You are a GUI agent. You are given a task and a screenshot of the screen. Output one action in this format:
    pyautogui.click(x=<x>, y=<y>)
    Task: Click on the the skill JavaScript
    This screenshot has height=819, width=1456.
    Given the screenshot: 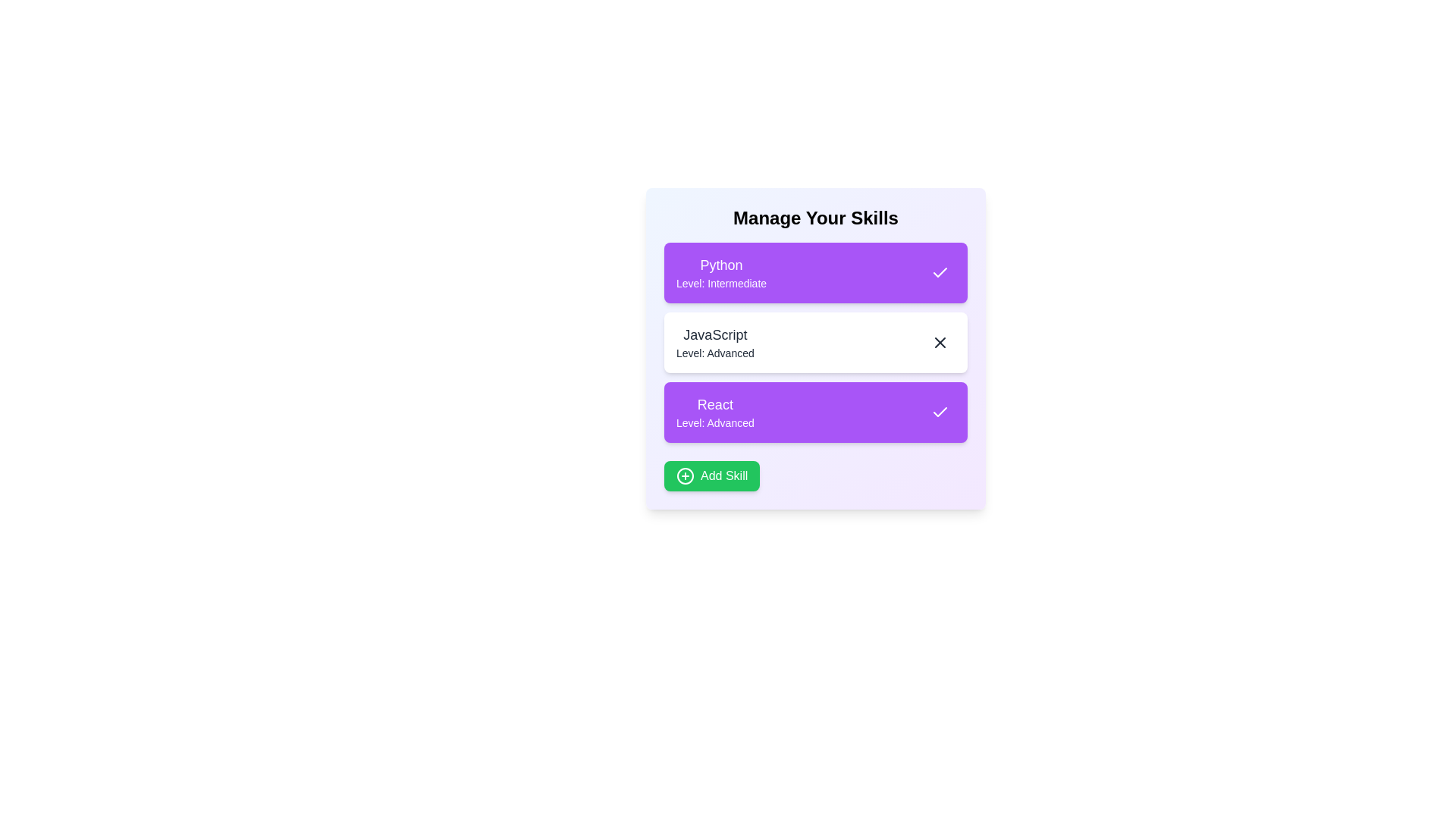 What is the action you would take?
    pyautogui.click(x=939, y=342)
    